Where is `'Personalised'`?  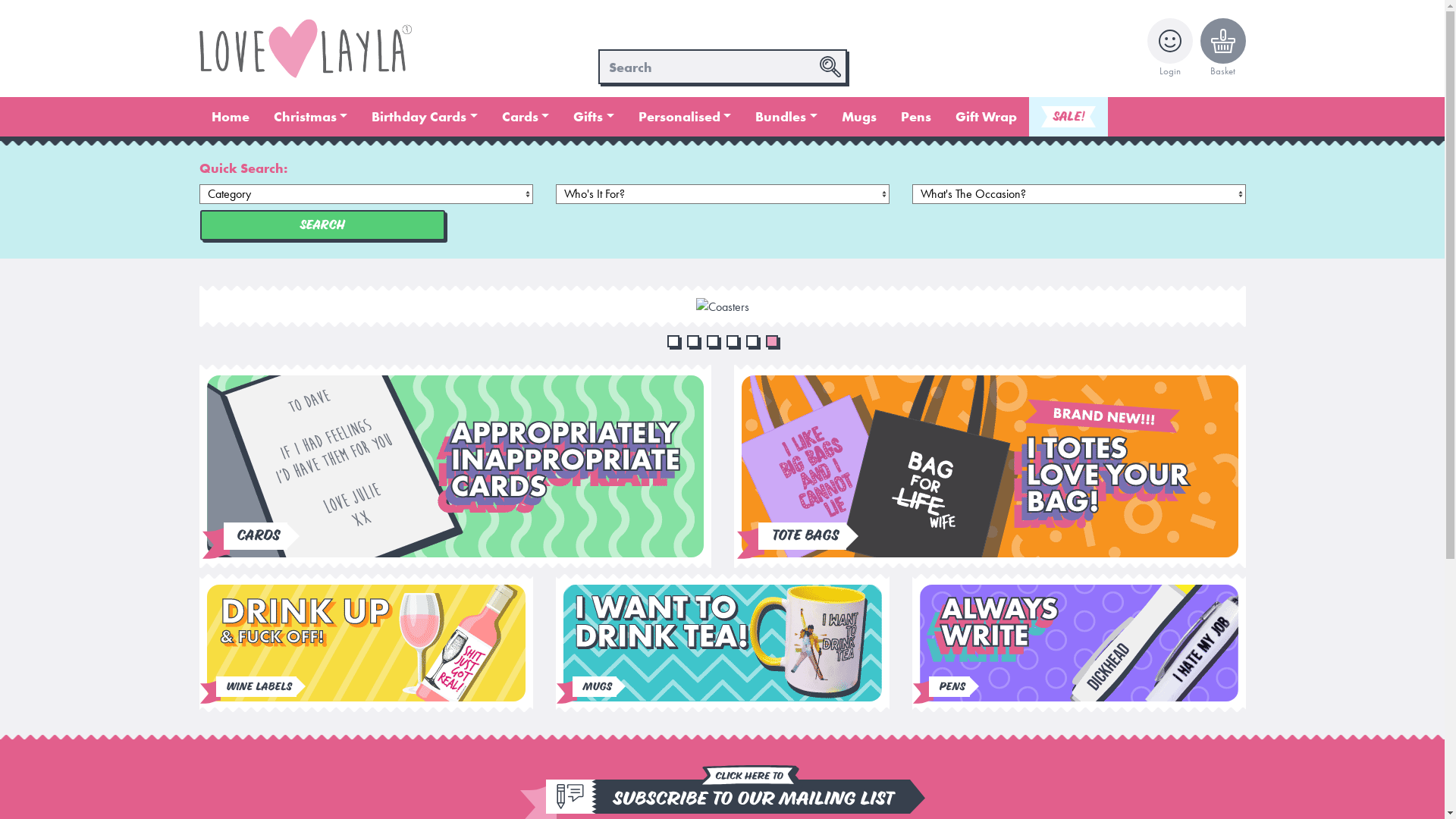 'Personalised' is located at coordinates (684, 116).